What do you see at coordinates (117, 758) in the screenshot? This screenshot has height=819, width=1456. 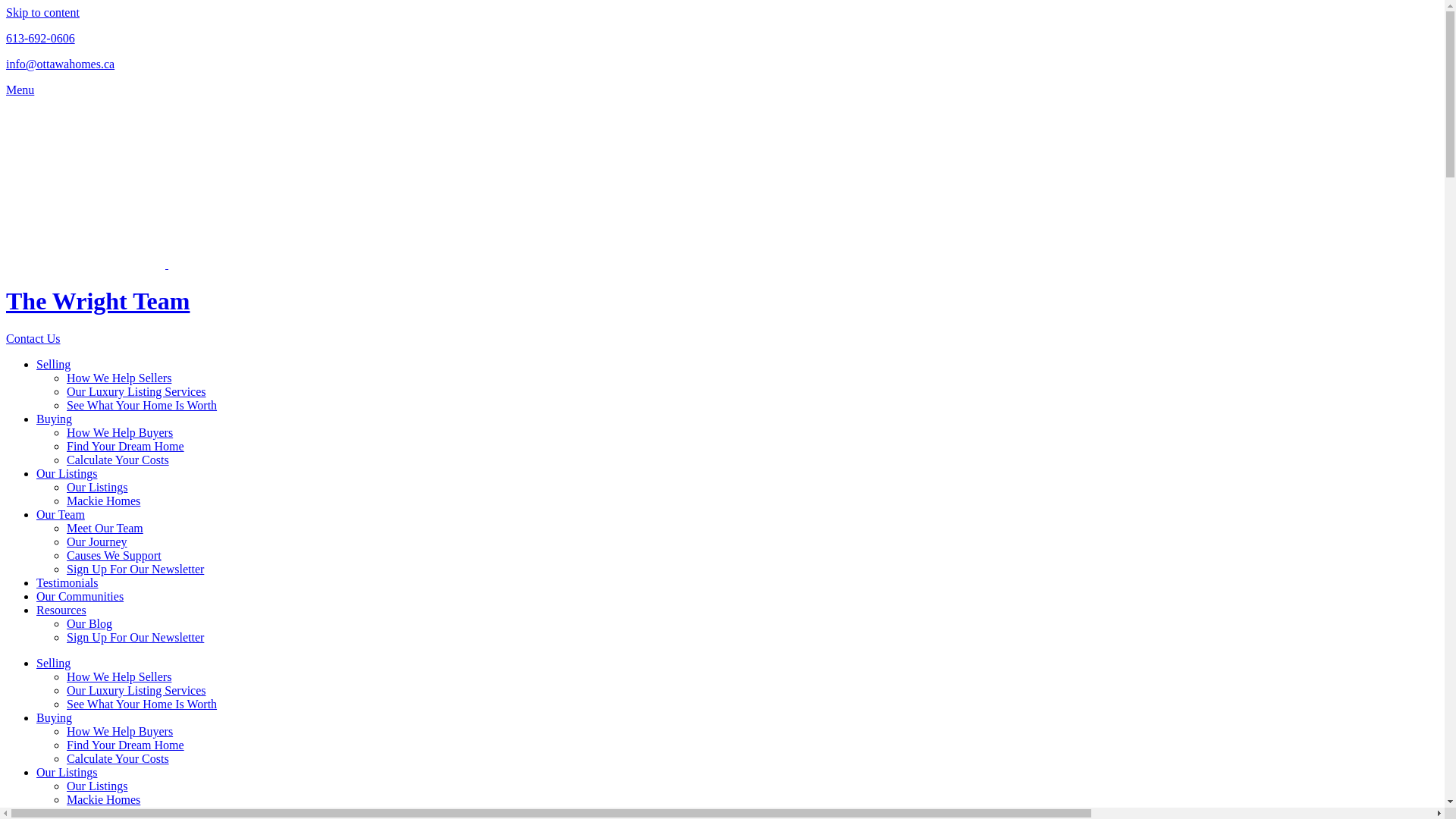 I see `'Calculate Your Costs'` at bounding box center [117, 758].